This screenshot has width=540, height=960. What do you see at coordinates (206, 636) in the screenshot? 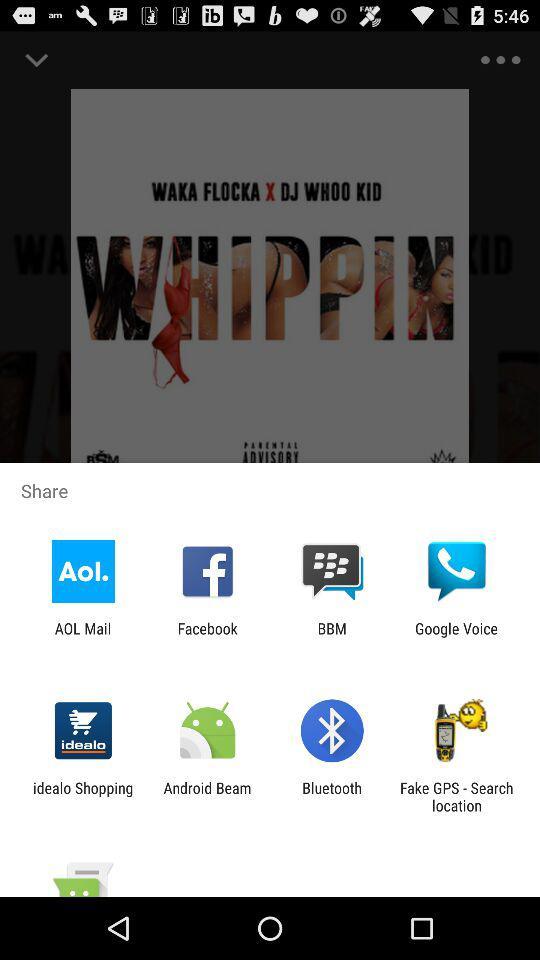
I see `the facebook icon` at bounding box center [206, 636].